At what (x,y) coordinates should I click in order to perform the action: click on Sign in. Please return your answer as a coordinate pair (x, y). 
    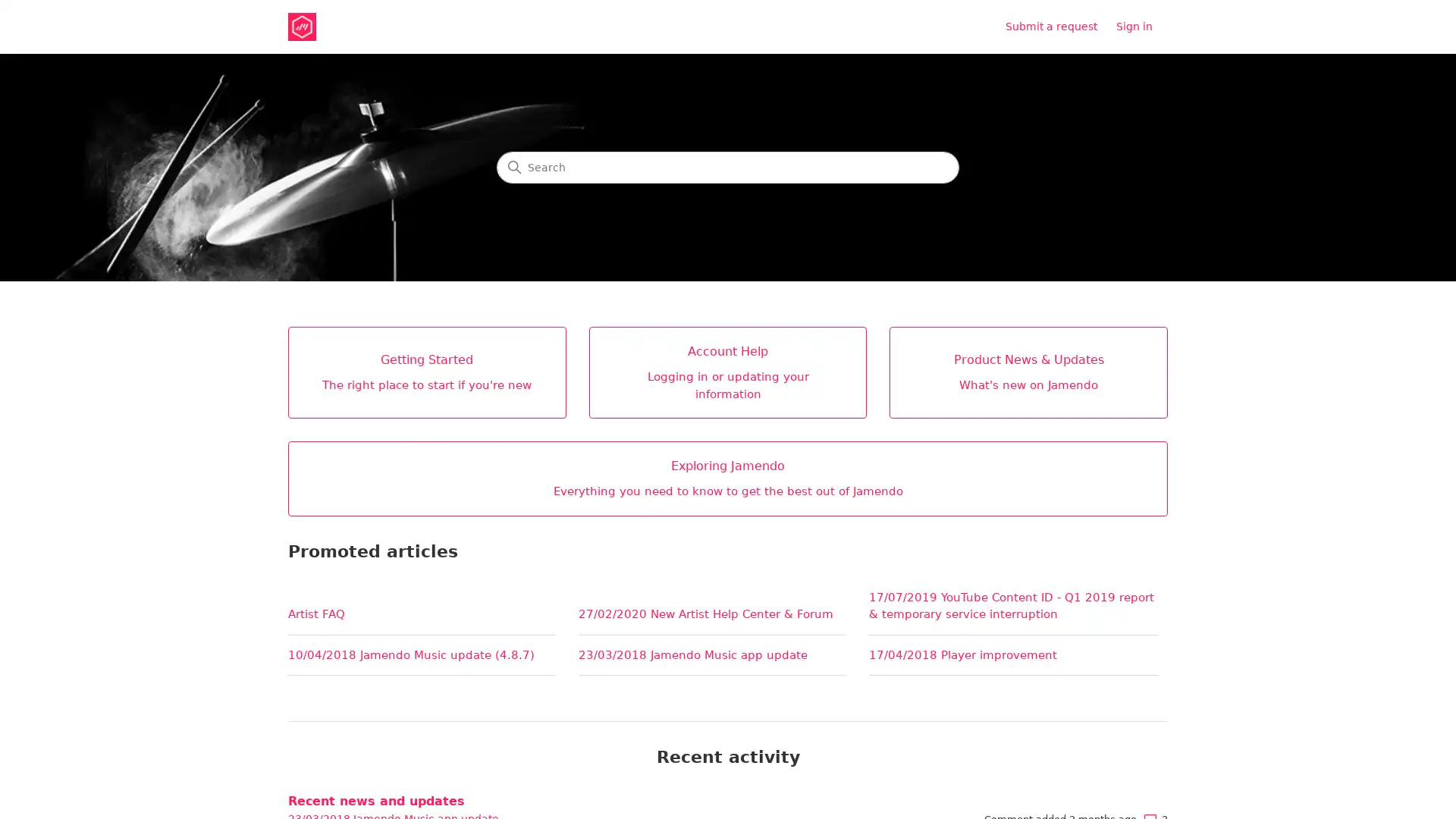
    Looking at the image, I should click on (1142, 27).